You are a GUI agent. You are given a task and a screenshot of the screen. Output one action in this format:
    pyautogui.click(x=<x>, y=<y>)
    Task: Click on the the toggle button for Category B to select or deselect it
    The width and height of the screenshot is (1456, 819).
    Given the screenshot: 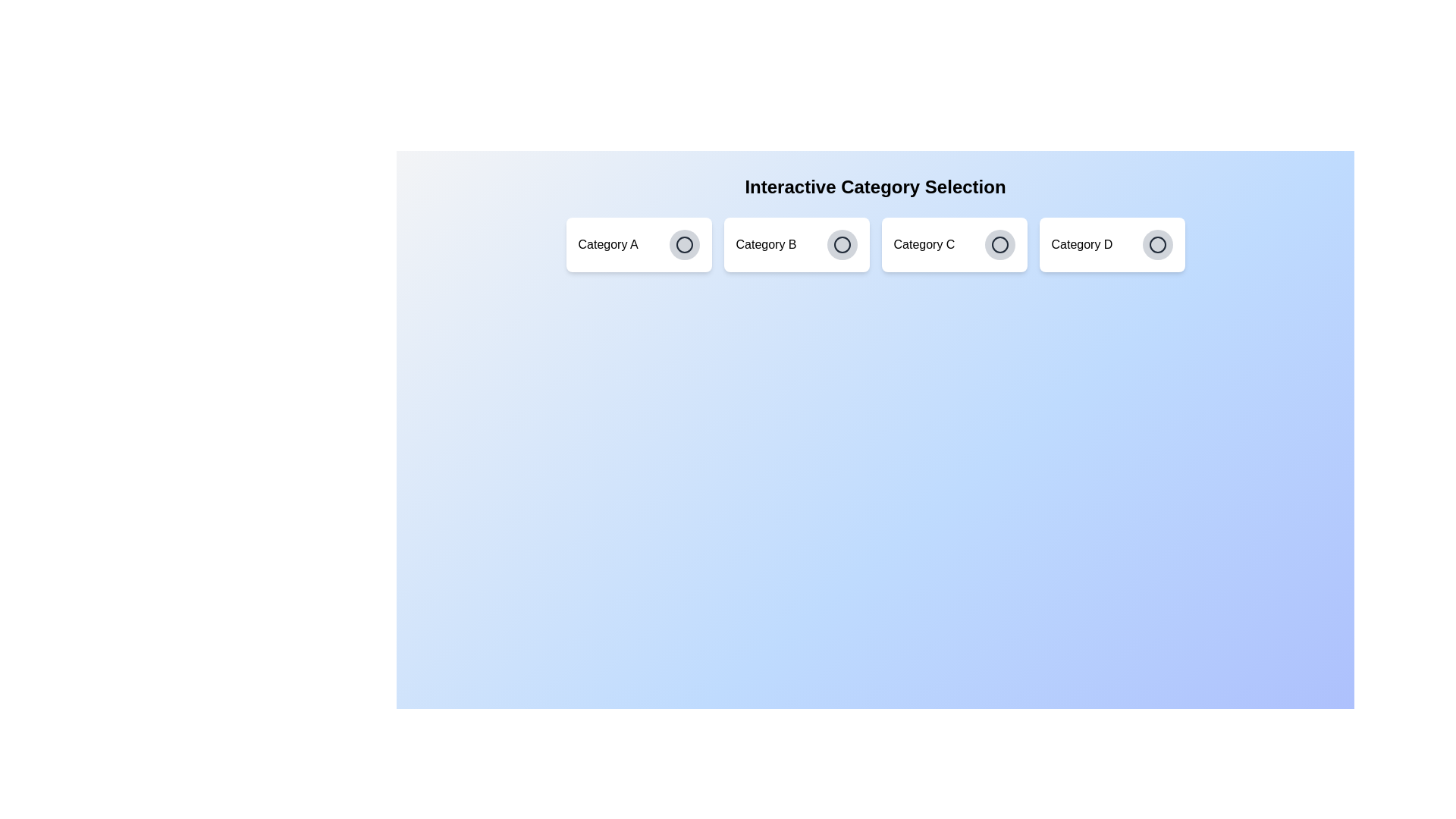 What is the action you would take?
    pyautogui.click(x=841, y=244)
    